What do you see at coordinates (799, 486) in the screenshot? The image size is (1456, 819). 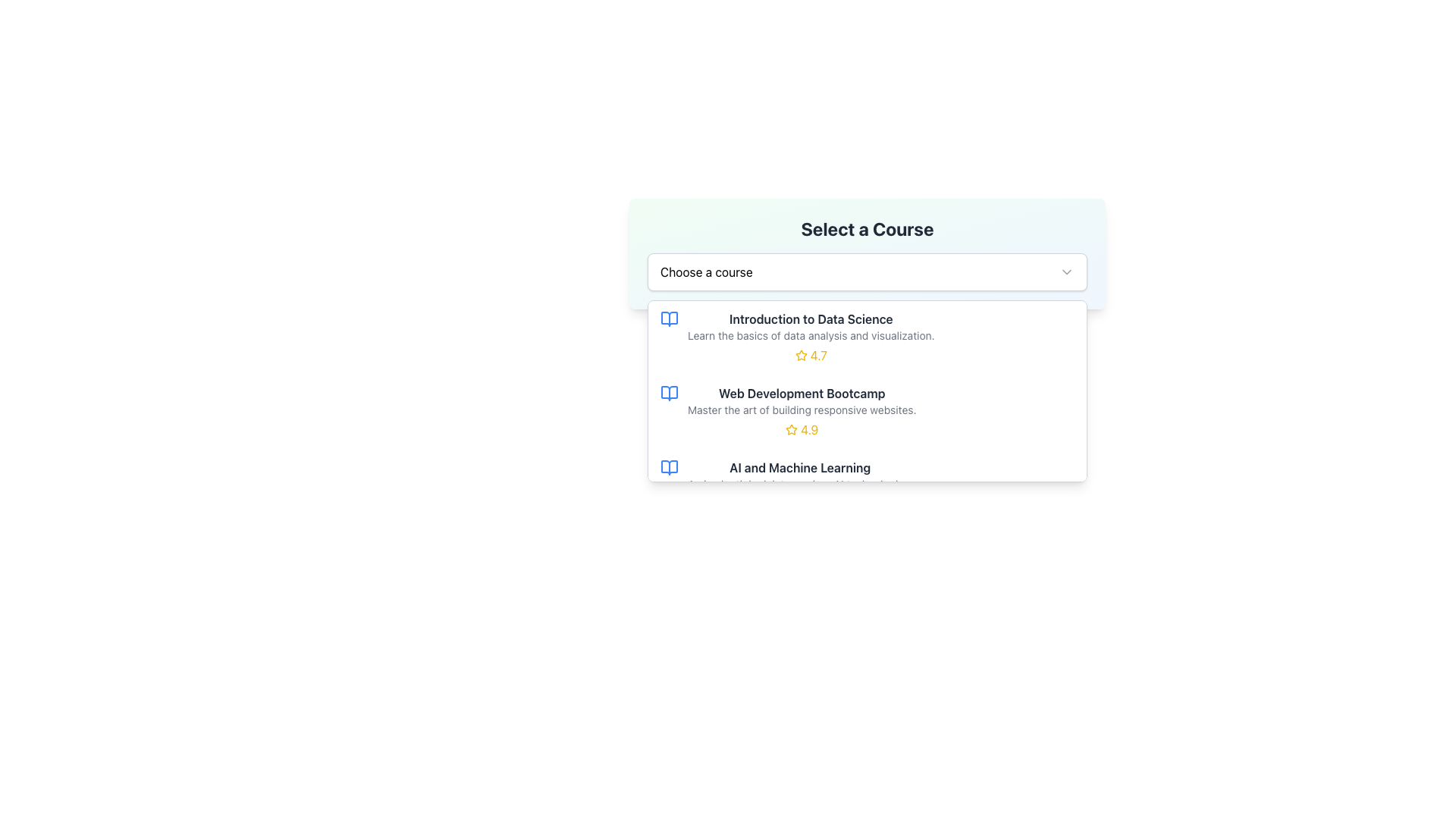 I see `the list item titled 'AI and Machine Learning' in the dropdown course selection menu` at bounding box center [799, 486].